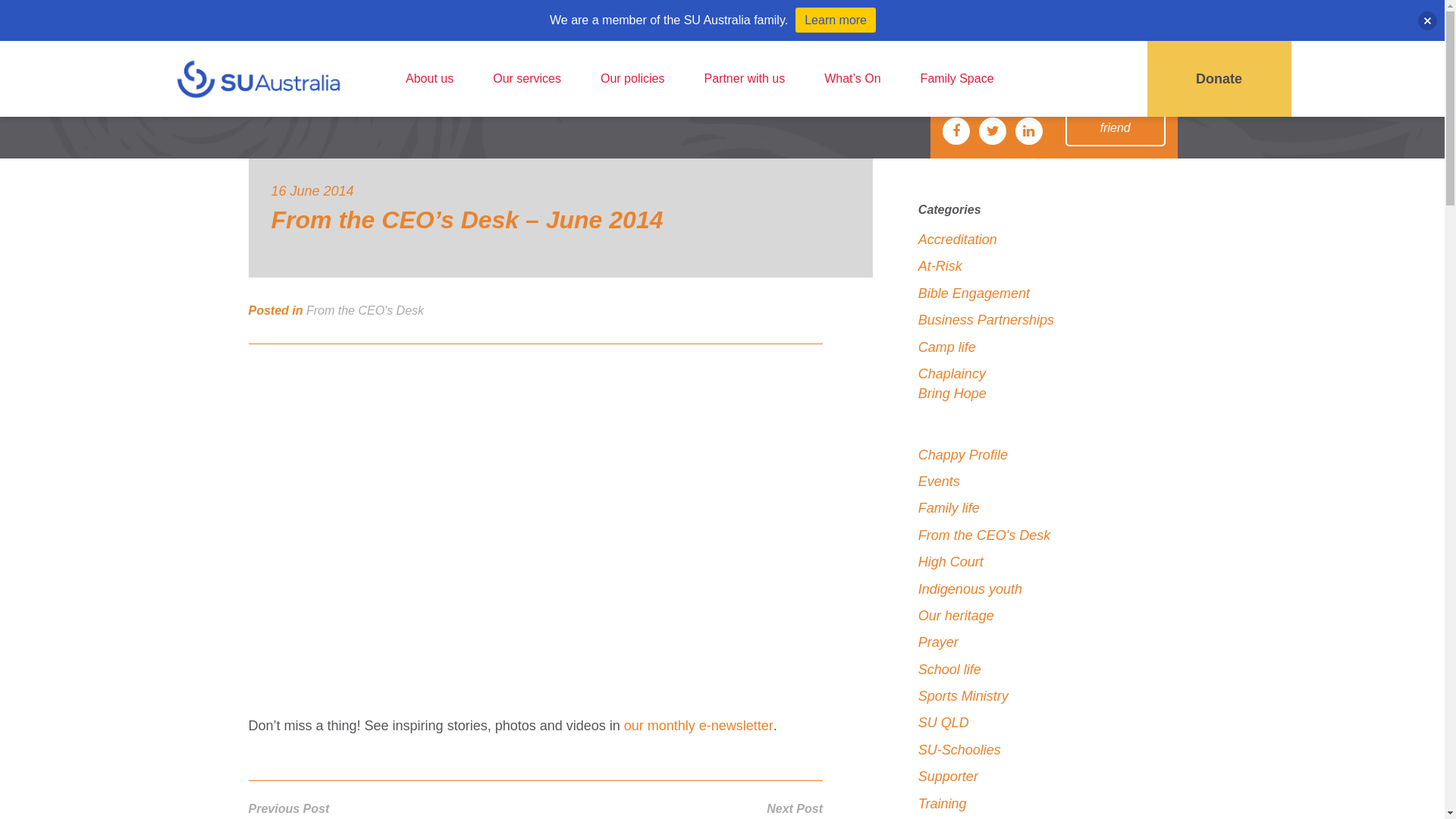 The height and width of the screenshot is (819, 1456). Describe the element at coordinates (956, 79) in the screenshot. I see `'Family Space'` at that location.